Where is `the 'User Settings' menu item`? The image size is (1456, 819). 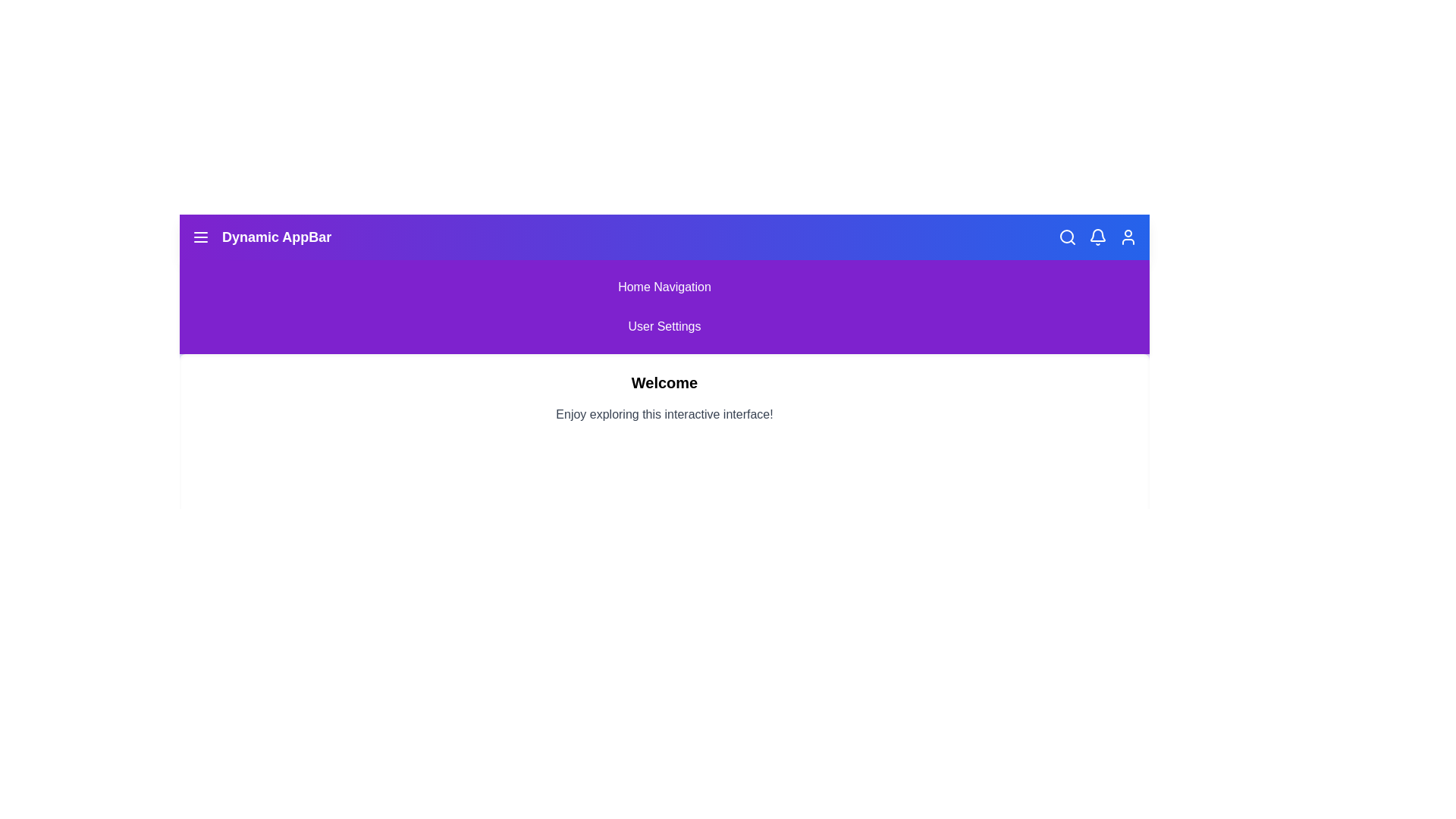
the 'User Settings' menu item is located at coordinates (664, 326).